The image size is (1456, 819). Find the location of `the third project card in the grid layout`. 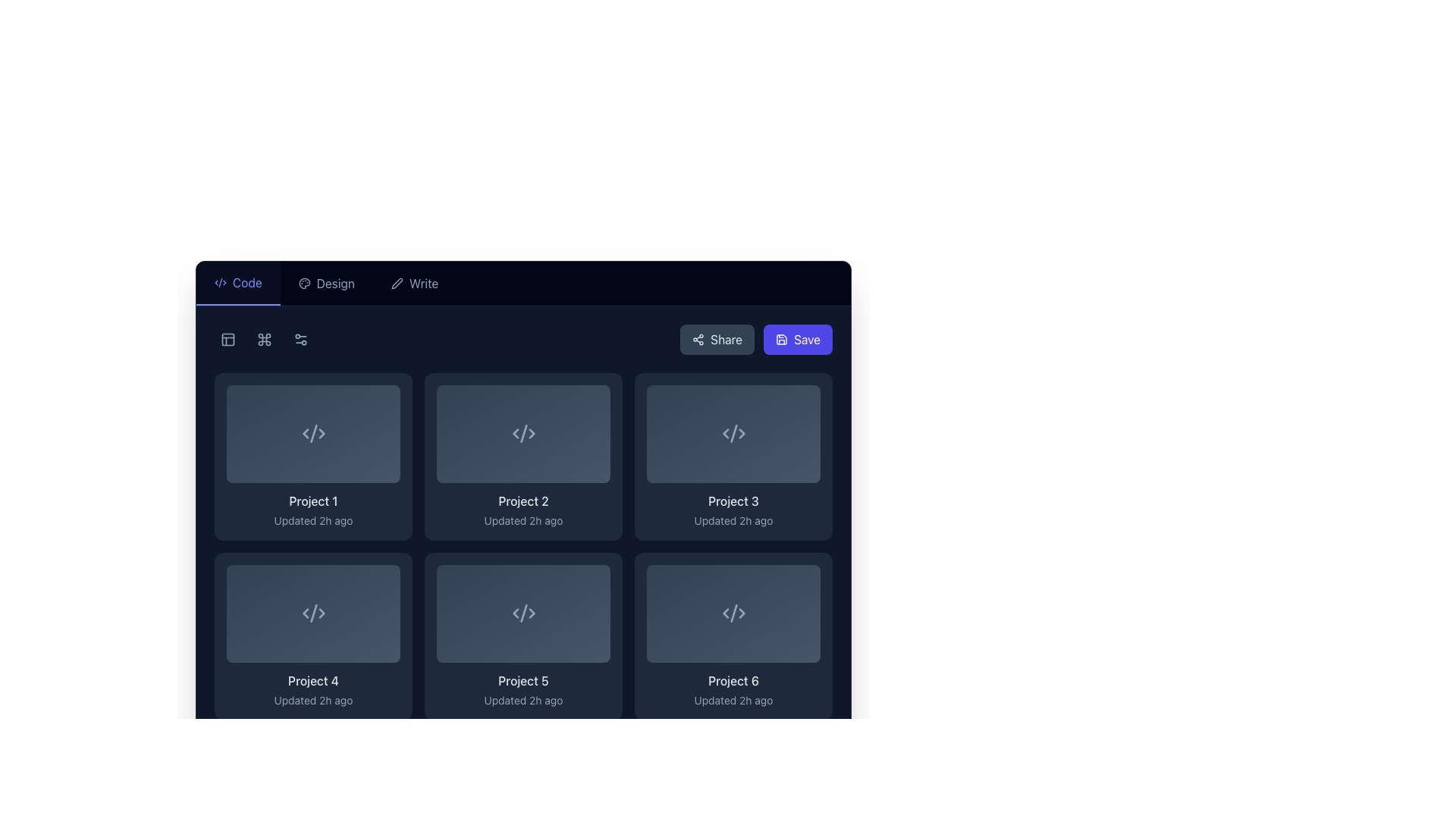

the third project card in the grid layout is located at coordinates (733, 456).